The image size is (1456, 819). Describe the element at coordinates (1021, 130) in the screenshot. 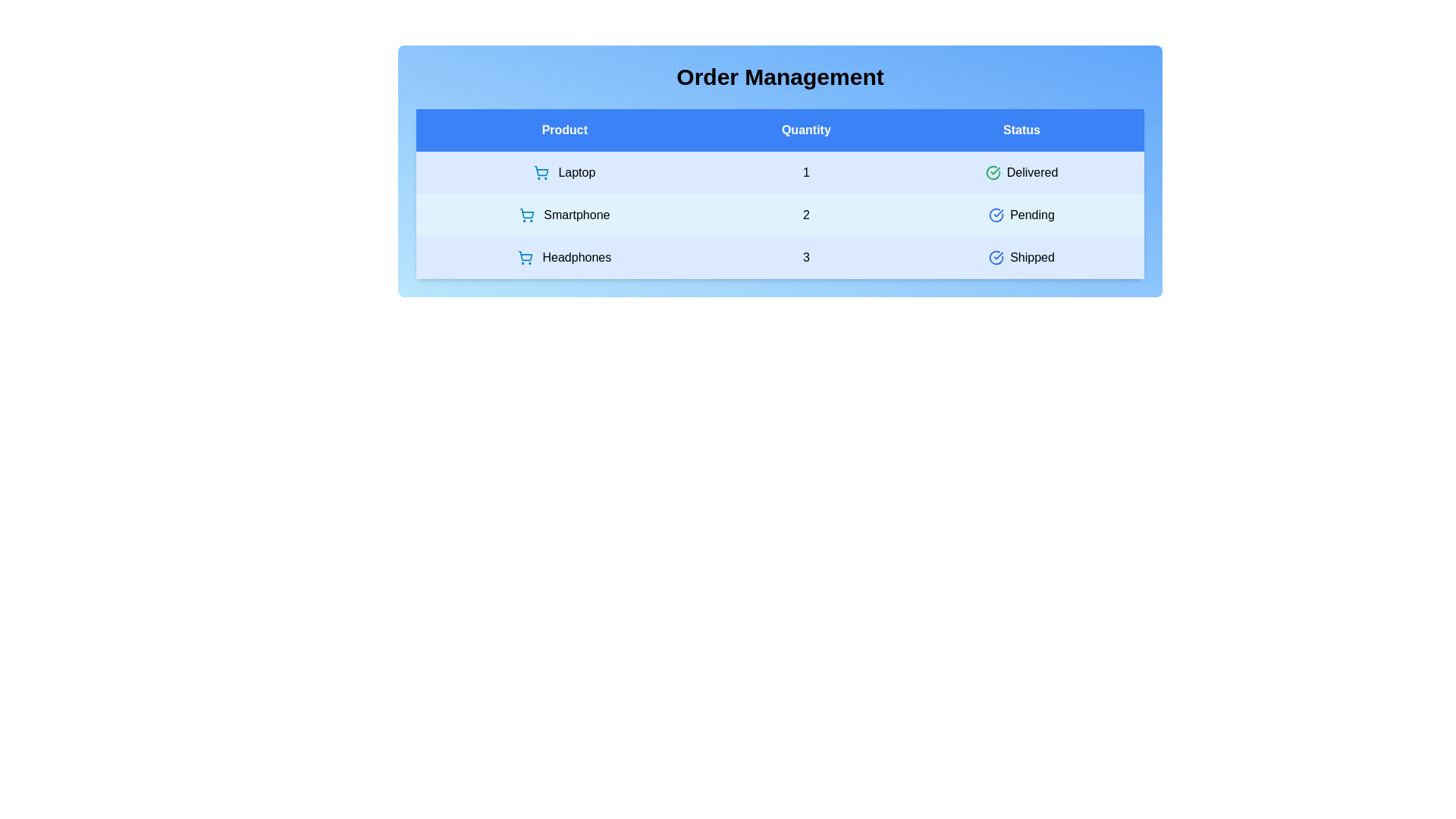

I see `the header title 'Status' to sort the table by that column` at that location.